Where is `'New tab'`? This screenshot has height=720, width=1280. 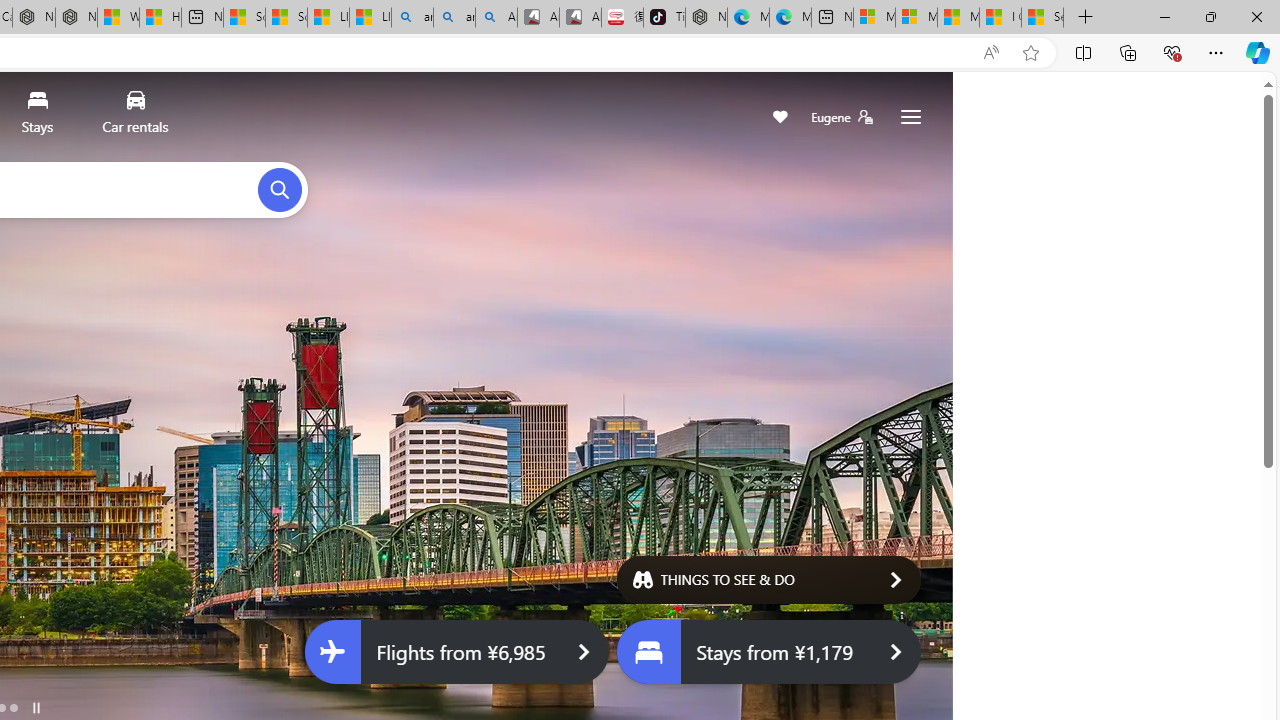 'New tab' is located at coordinates (832, 17).